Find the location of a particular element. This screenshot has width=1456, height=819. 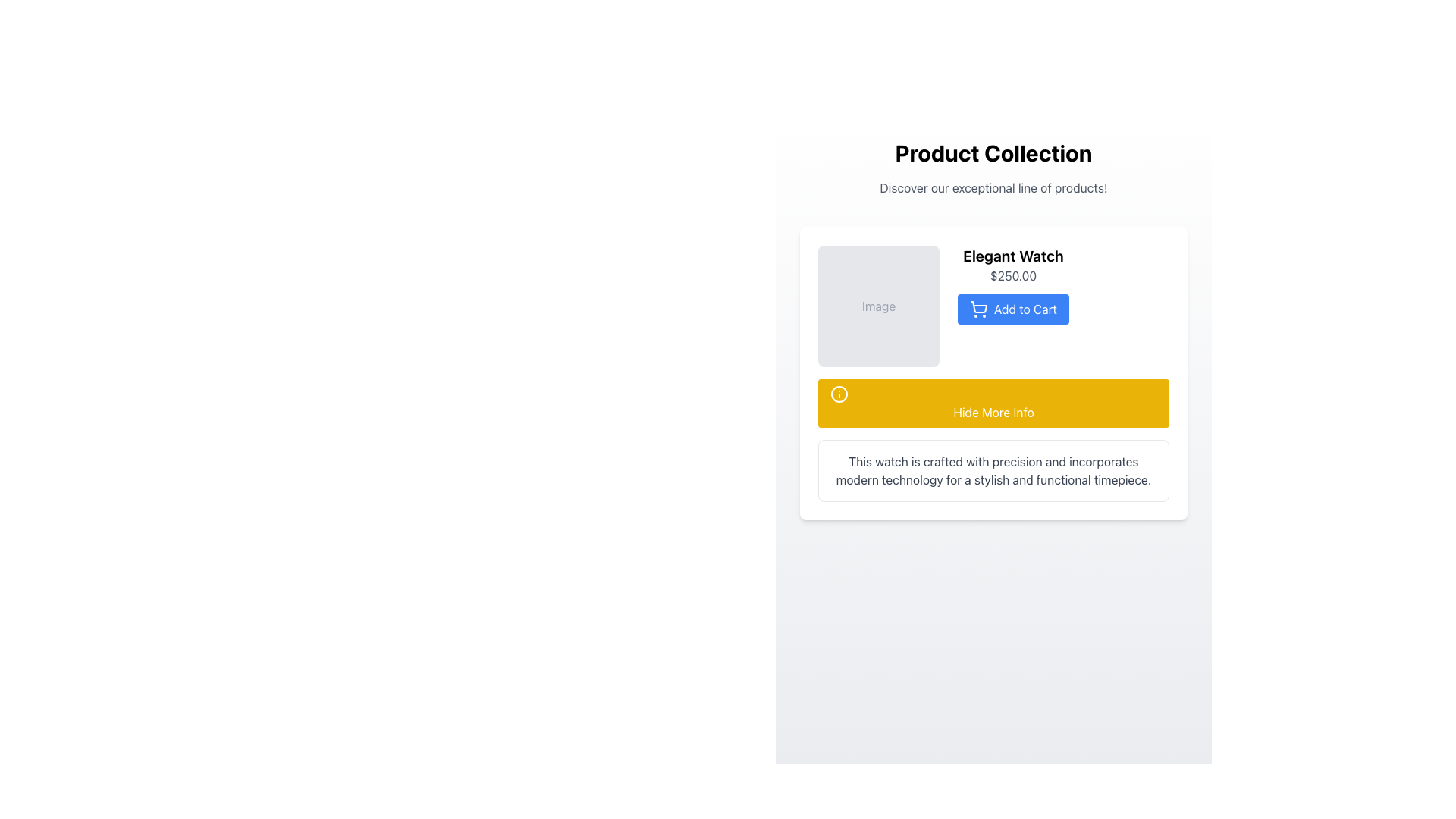

the rectangular button with a yellow background and the text 'Hide More Info' is located at coordinates (993, 403).